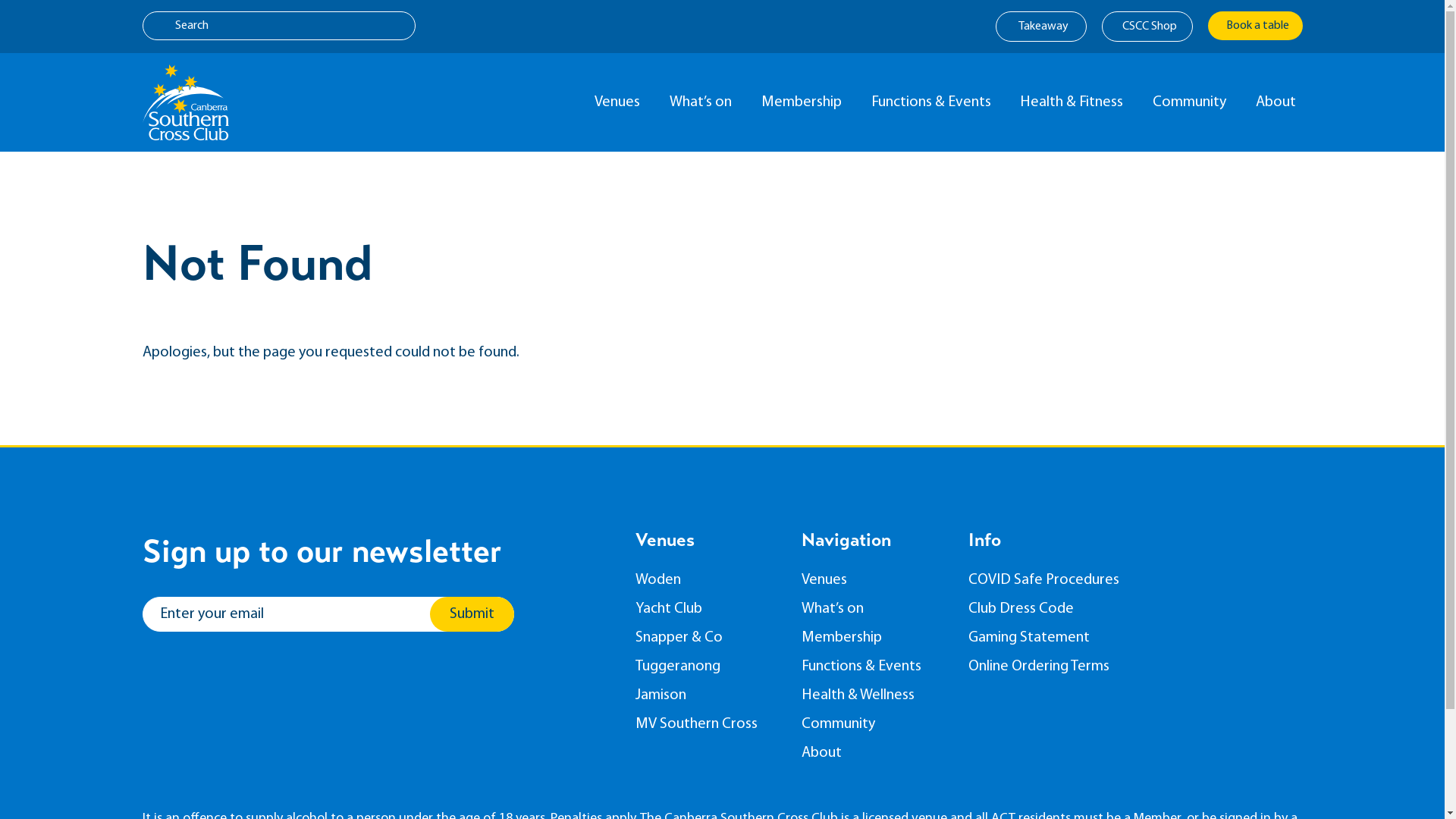 This screenshot has height=819, width=1456. I want to click on 'Venues', so click(874, 579).